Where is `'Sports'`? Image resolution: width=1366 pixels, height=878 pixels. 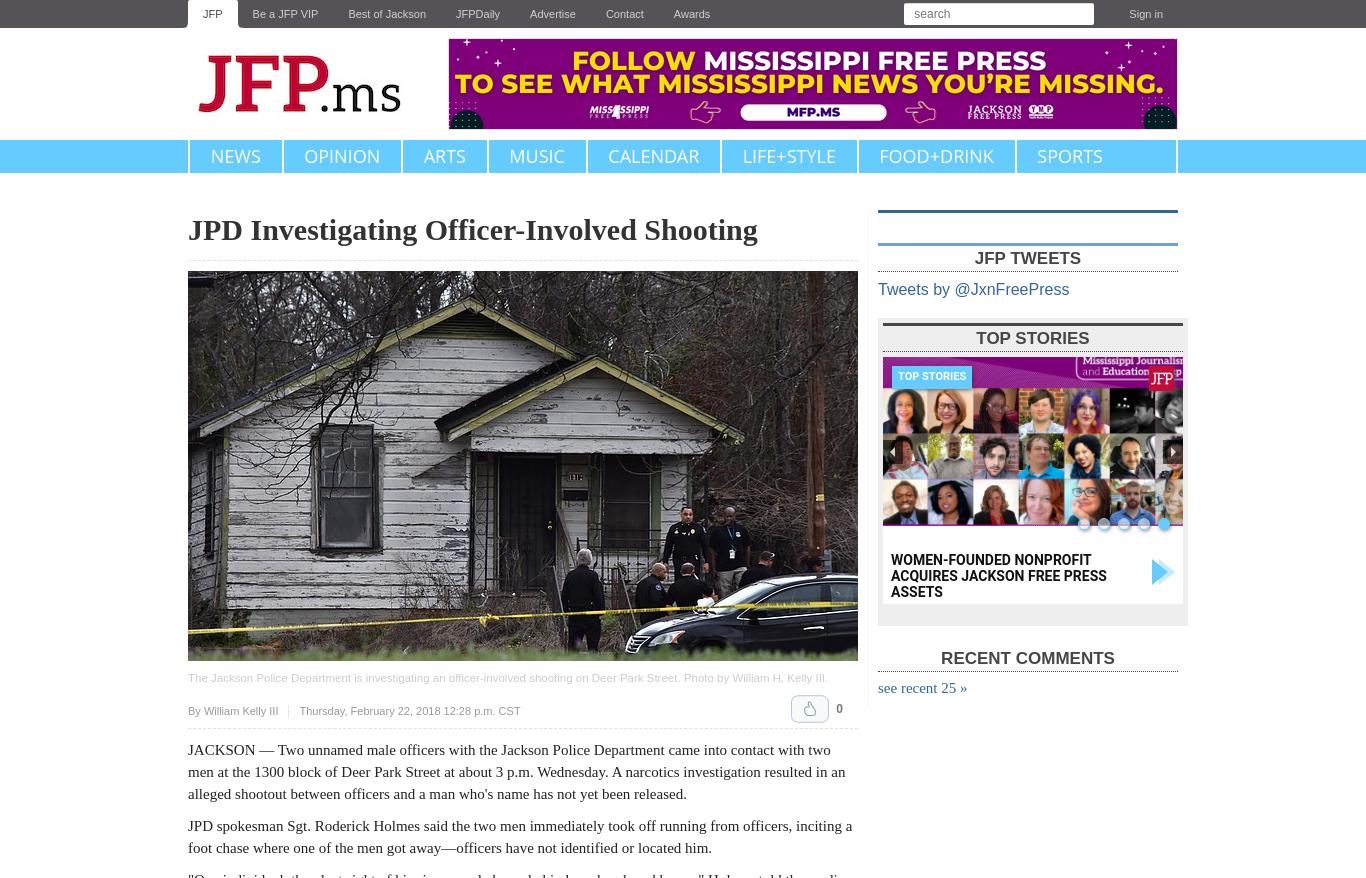 'Sports' is located at coordinates (1068, 156).